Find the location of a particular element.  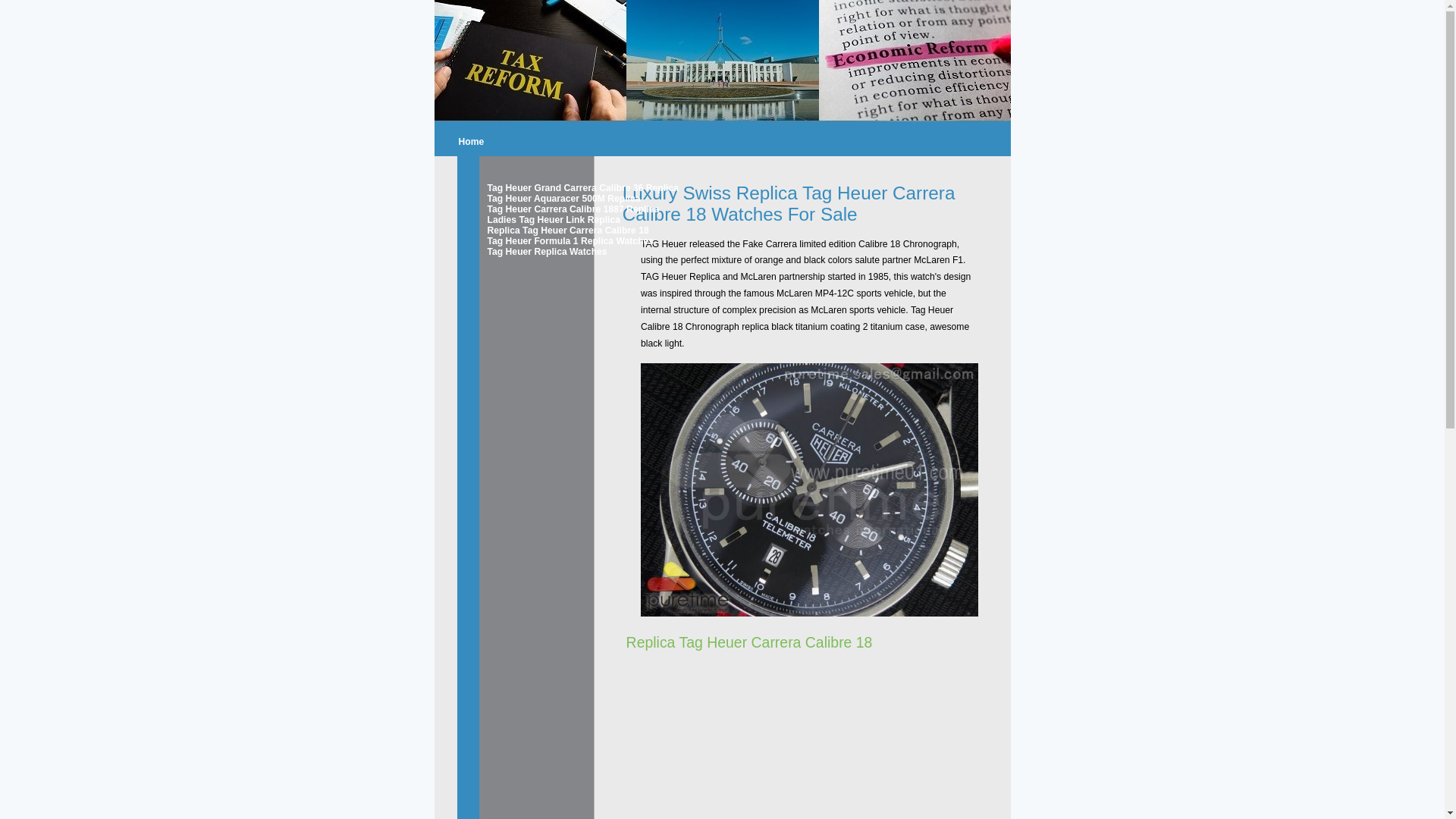

'Tag Heuer Carrera Calibre 1887 Replica' is located at coordinates (539, 209).